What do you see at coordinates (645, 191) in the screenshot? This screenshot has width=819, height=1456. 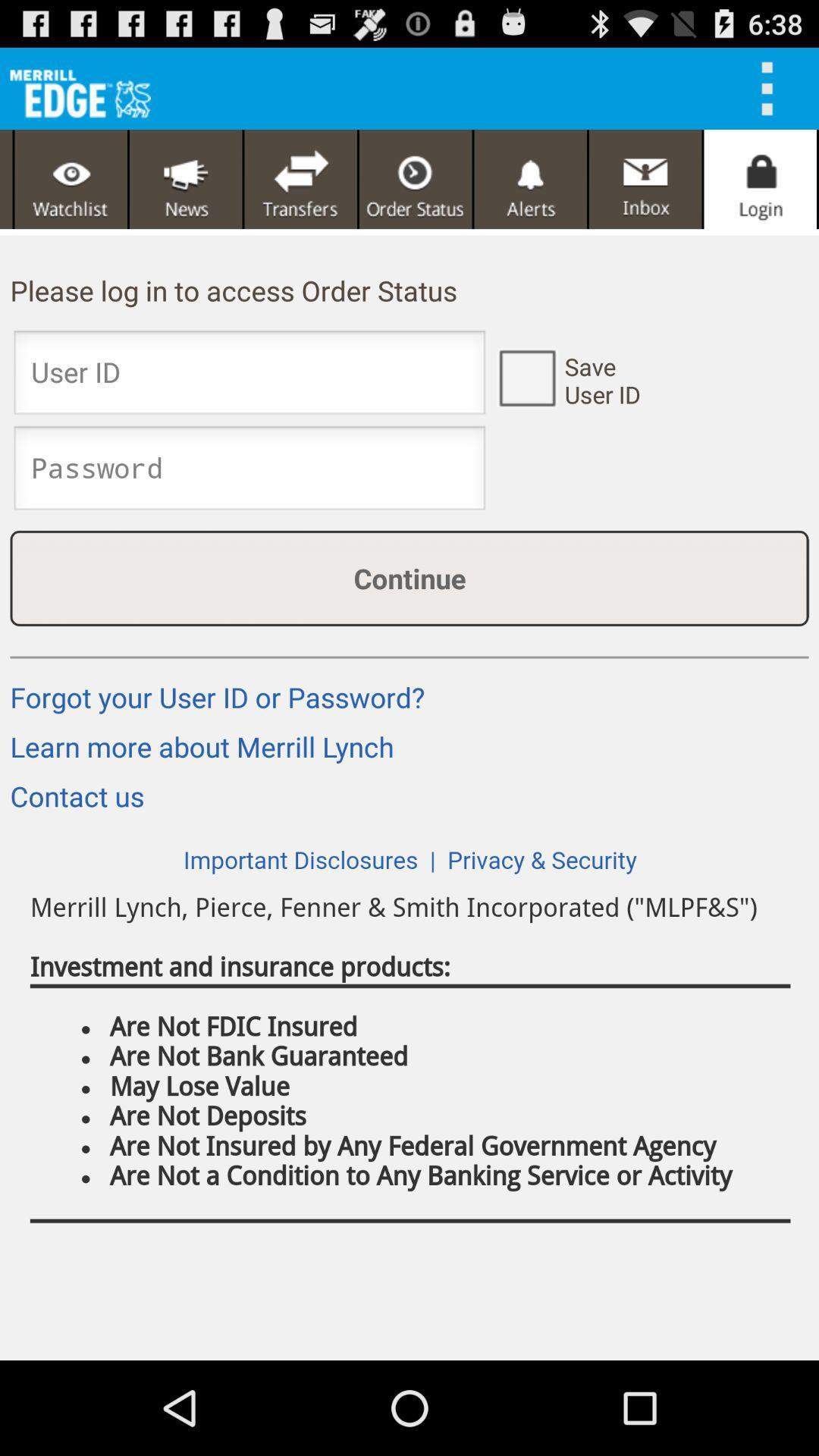 I see `the email icon` at bounding box center [645, 191].